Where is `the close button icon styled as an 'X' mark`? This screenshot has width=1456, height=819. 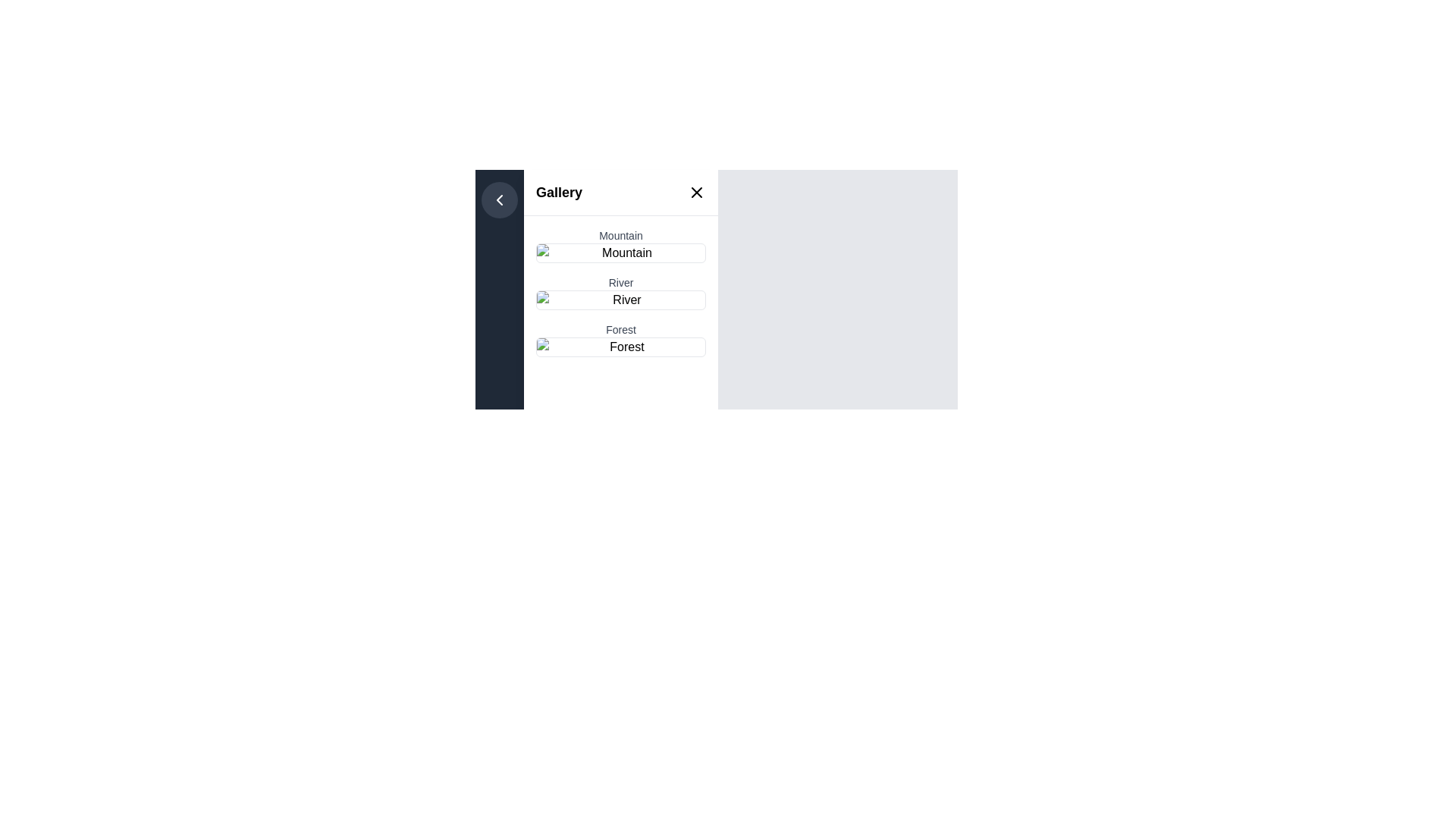
the close button icon styled as an 'X' mark is located at coordinates (695, 192).